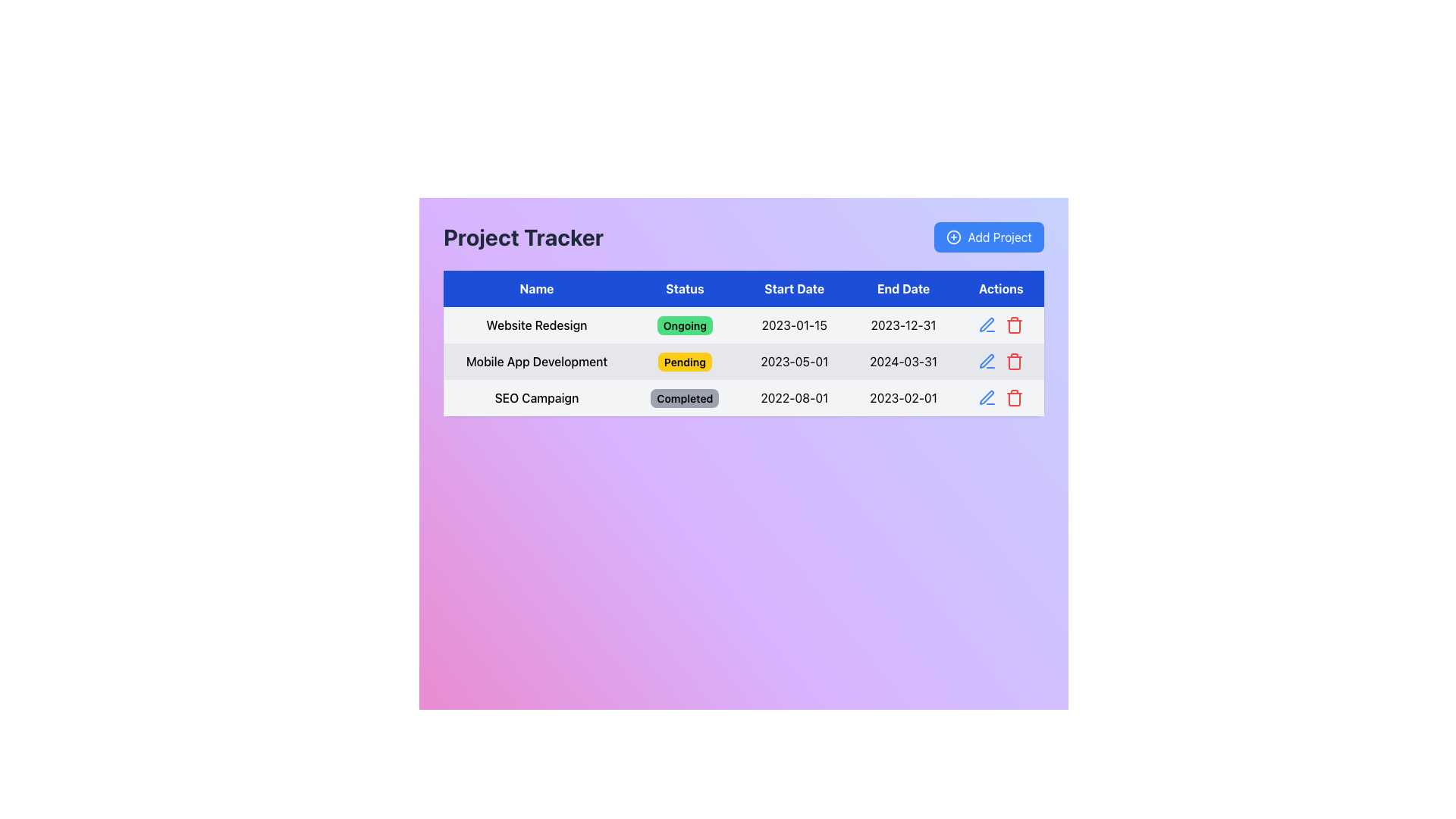 The width and height of the screenshot is (1456, 819). What do you see at coordinates (684, 362) in the screenshot?
I see `the Status Badge that displays 'Pending' with a yellow background and black text, located in the second row of the 'Status' column` at bounding box center [684, 362].